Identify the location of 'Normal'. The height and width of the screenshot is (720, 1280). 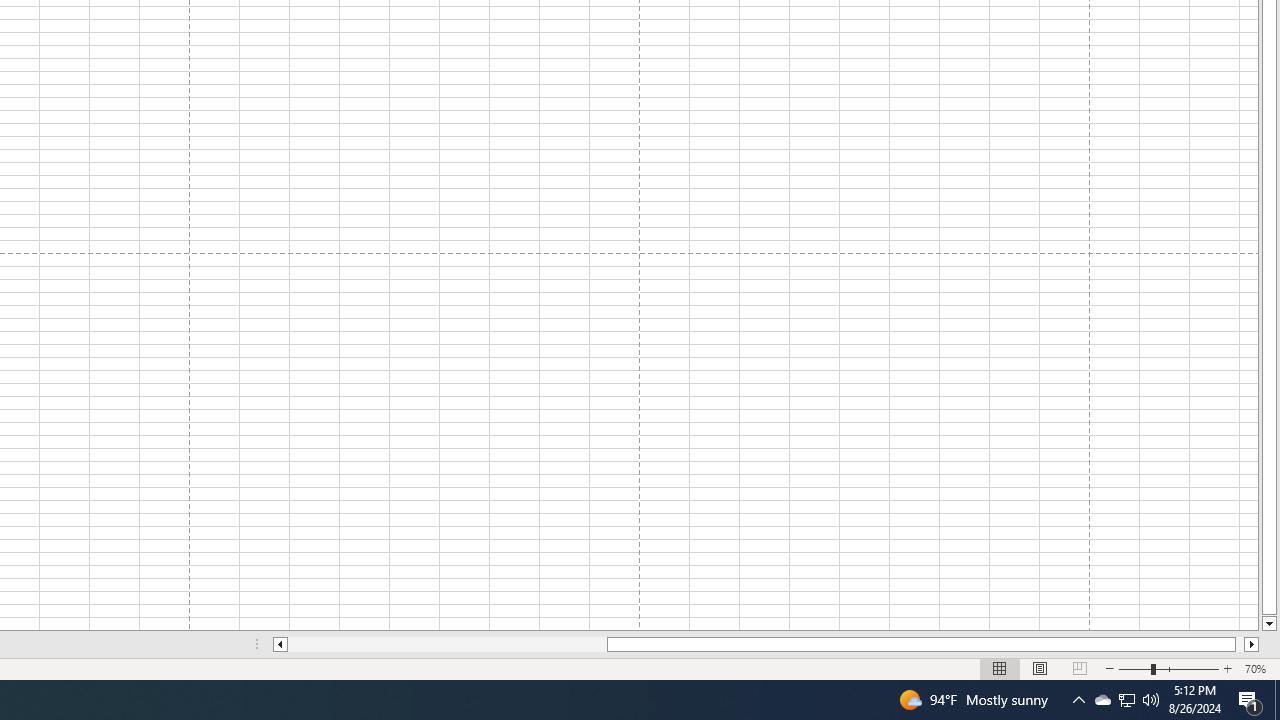
(1000, 669).